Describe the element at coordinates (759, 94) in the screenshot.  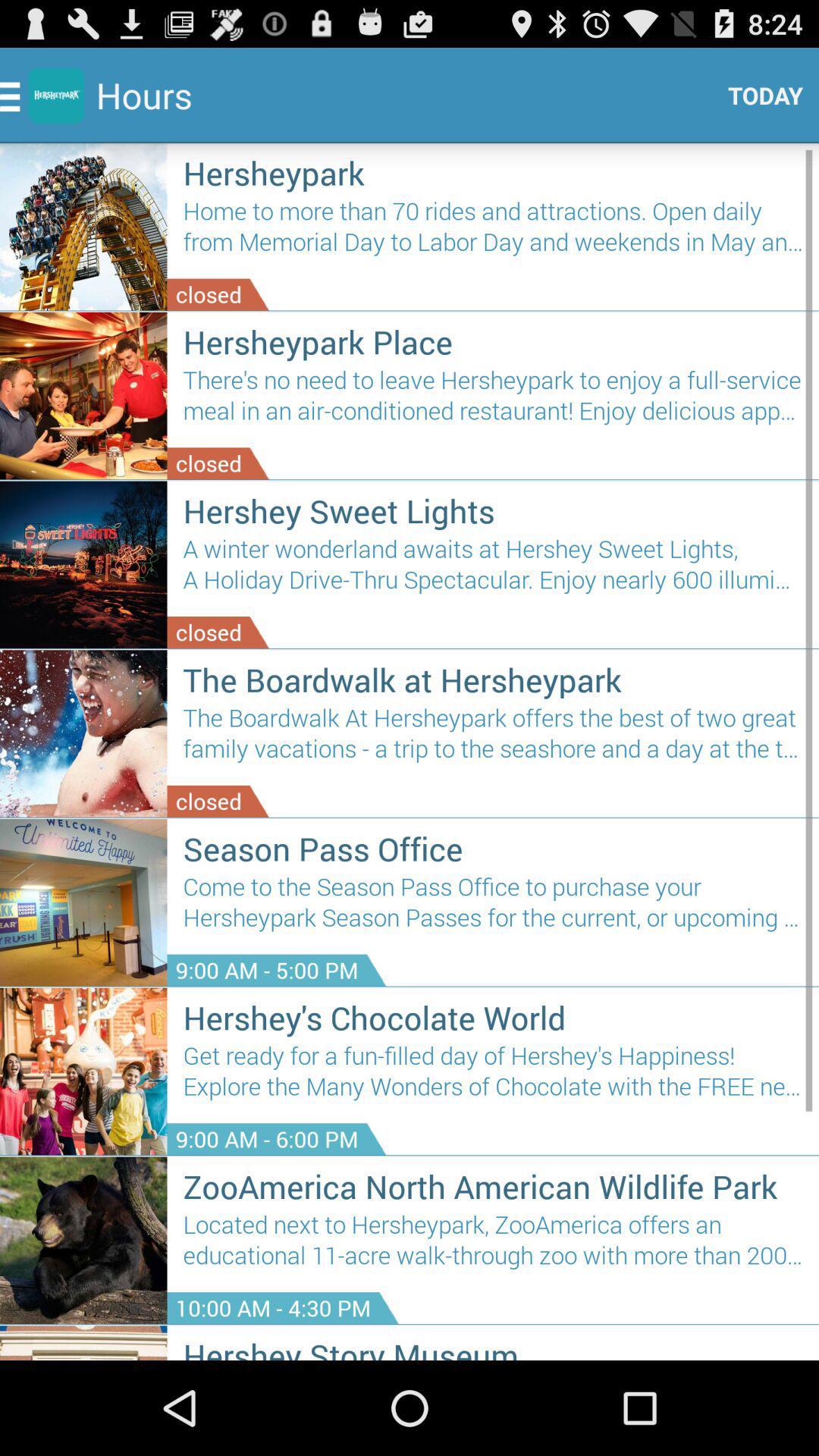
I see `the icon above the hersheypark icon` at that location.